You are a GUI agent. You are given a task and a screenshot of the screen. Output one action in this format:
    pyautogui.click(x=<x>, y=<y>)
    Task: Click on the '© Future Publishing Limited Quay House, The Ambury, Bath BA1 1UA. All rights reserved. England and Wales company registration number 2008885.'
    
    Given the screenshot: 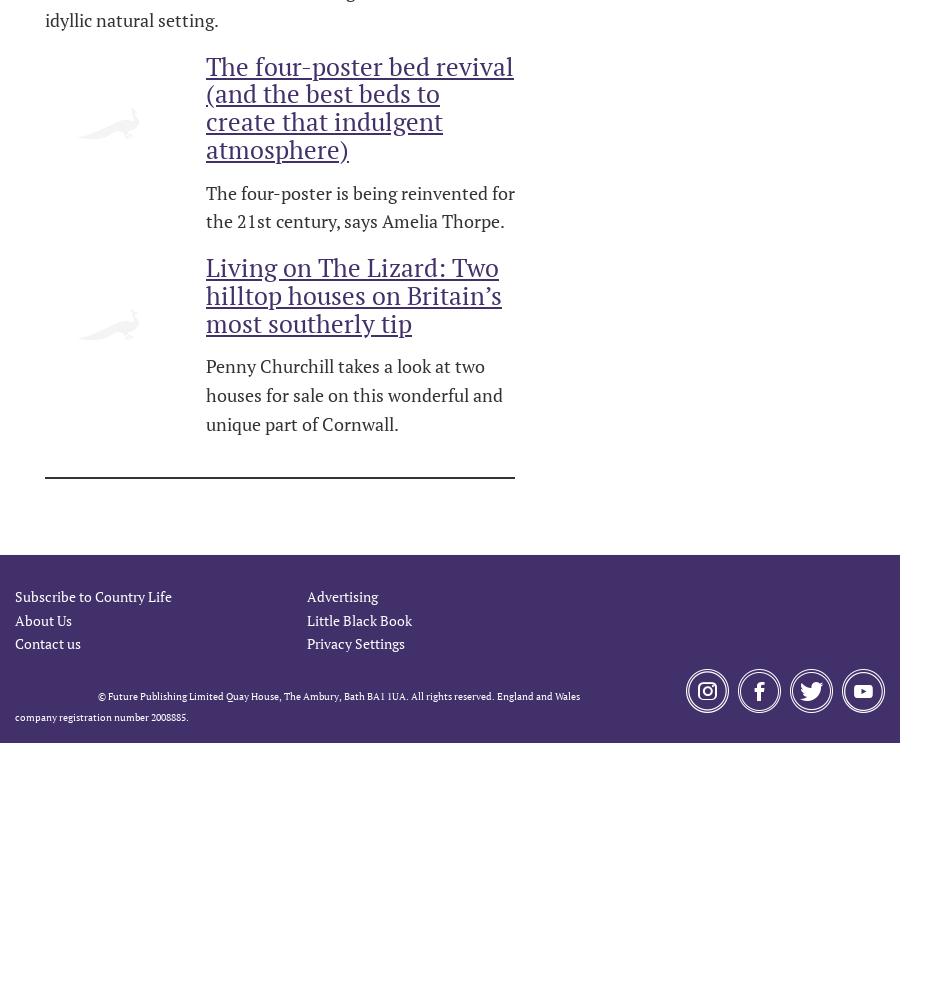 What is the action you would take?
    pyautogui.click(x=13, y=706)
    